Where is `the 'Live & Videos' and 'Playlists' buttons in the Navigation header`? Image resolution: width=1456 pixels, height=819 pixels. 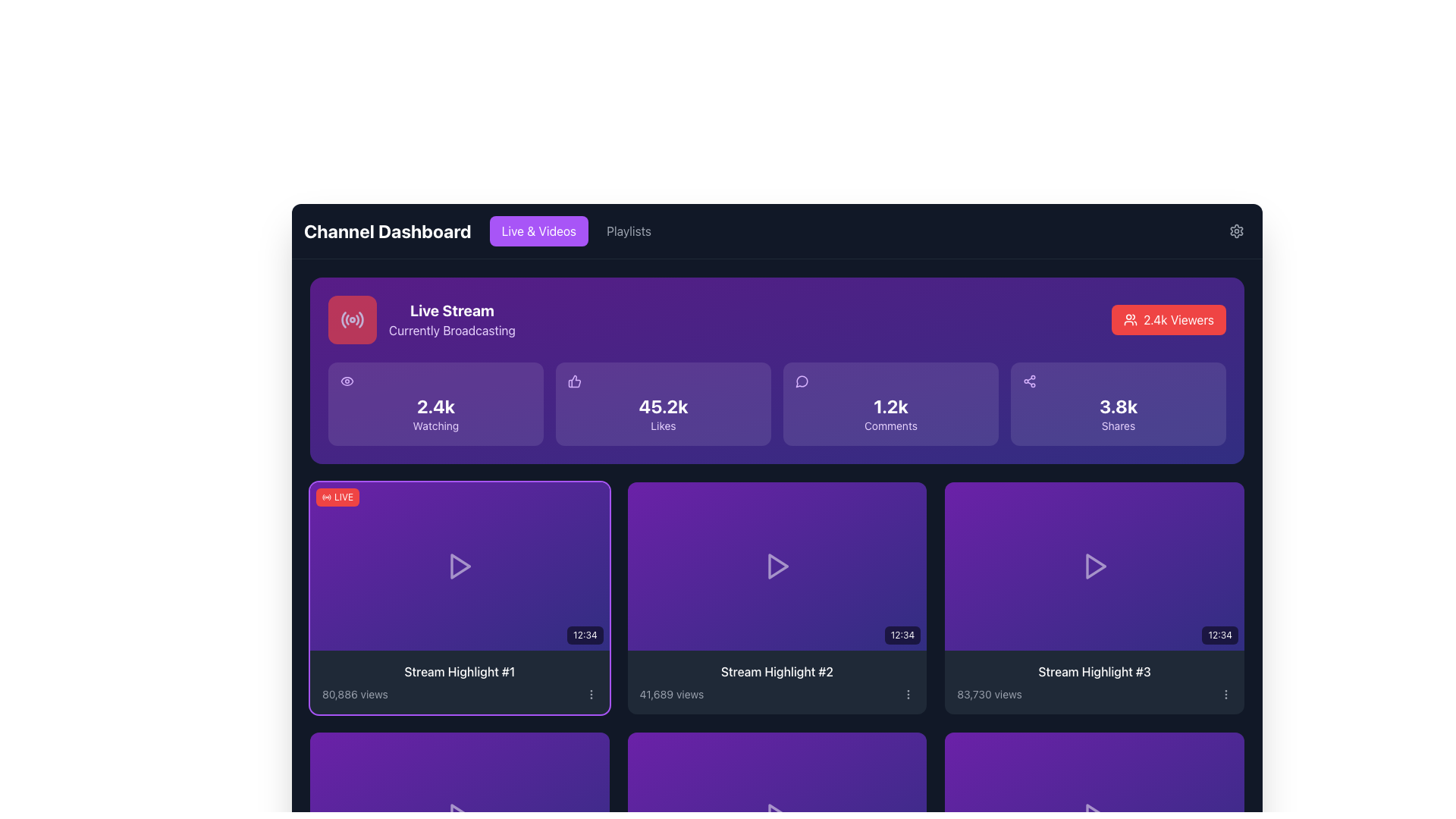 the 'Live & Videos' and 'Playlists' buttons in the Navigation header is located at coordinates (483, 231).